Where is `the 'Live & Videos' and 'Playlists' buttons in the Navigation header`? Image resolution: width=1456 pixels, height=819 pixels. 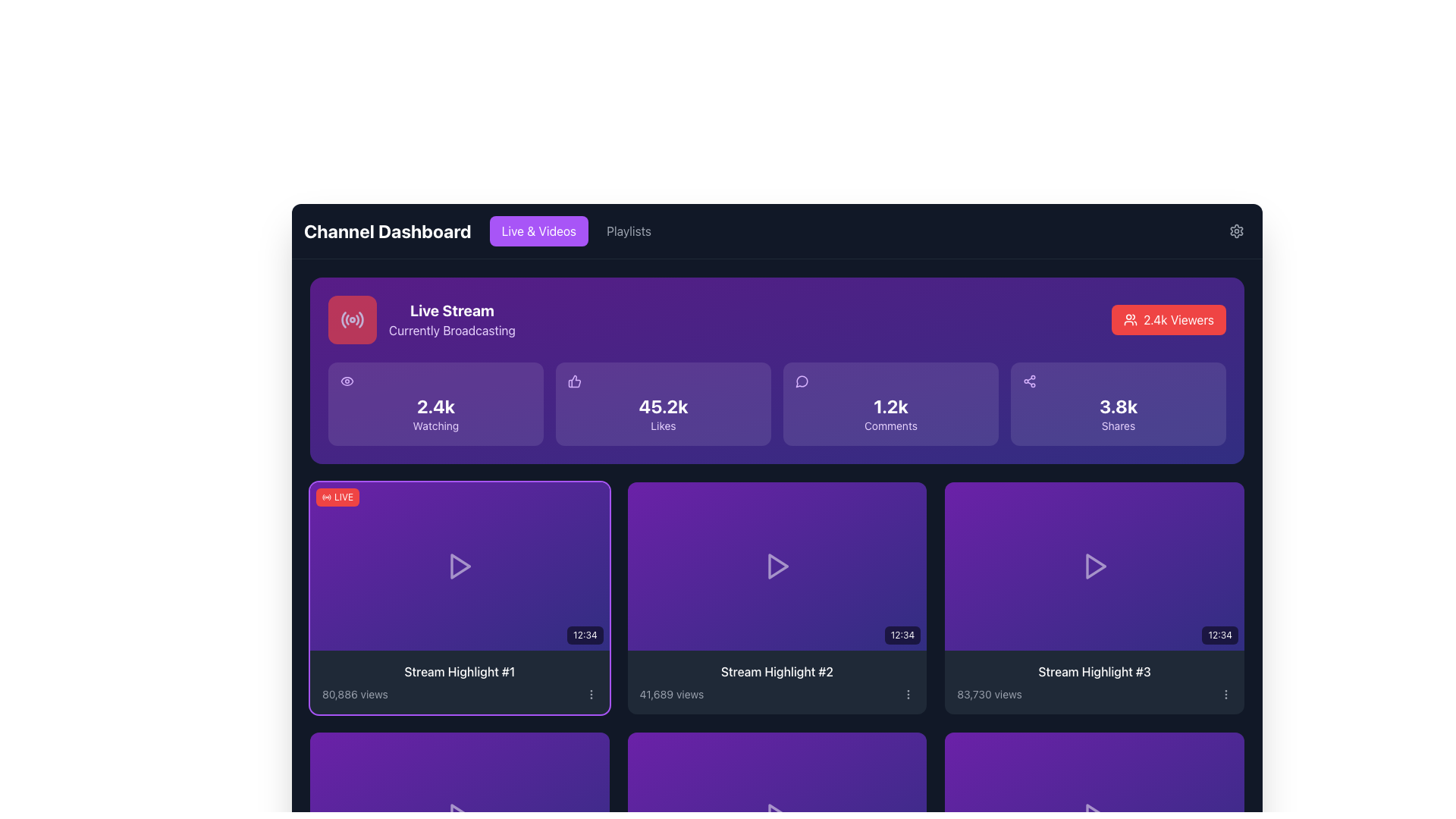 the 'Live & Videos' and 'Playlists' buttons in the Navigation header is located at coordinates (483, 231).